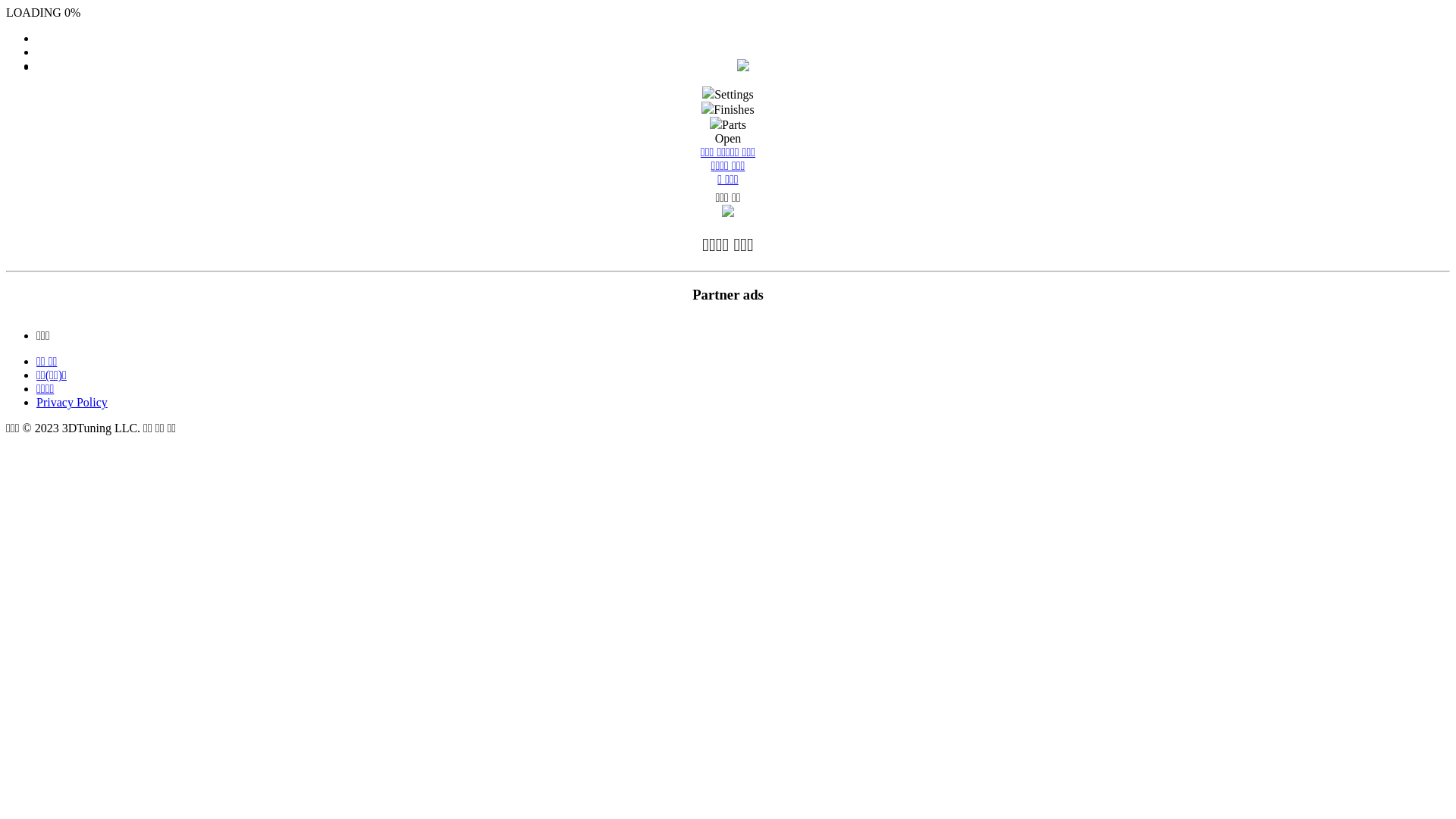  What do you see at coordinates (71, 401) in the screenshot?
I see `'Privacy Policy'` at bounding box center [71, 401].